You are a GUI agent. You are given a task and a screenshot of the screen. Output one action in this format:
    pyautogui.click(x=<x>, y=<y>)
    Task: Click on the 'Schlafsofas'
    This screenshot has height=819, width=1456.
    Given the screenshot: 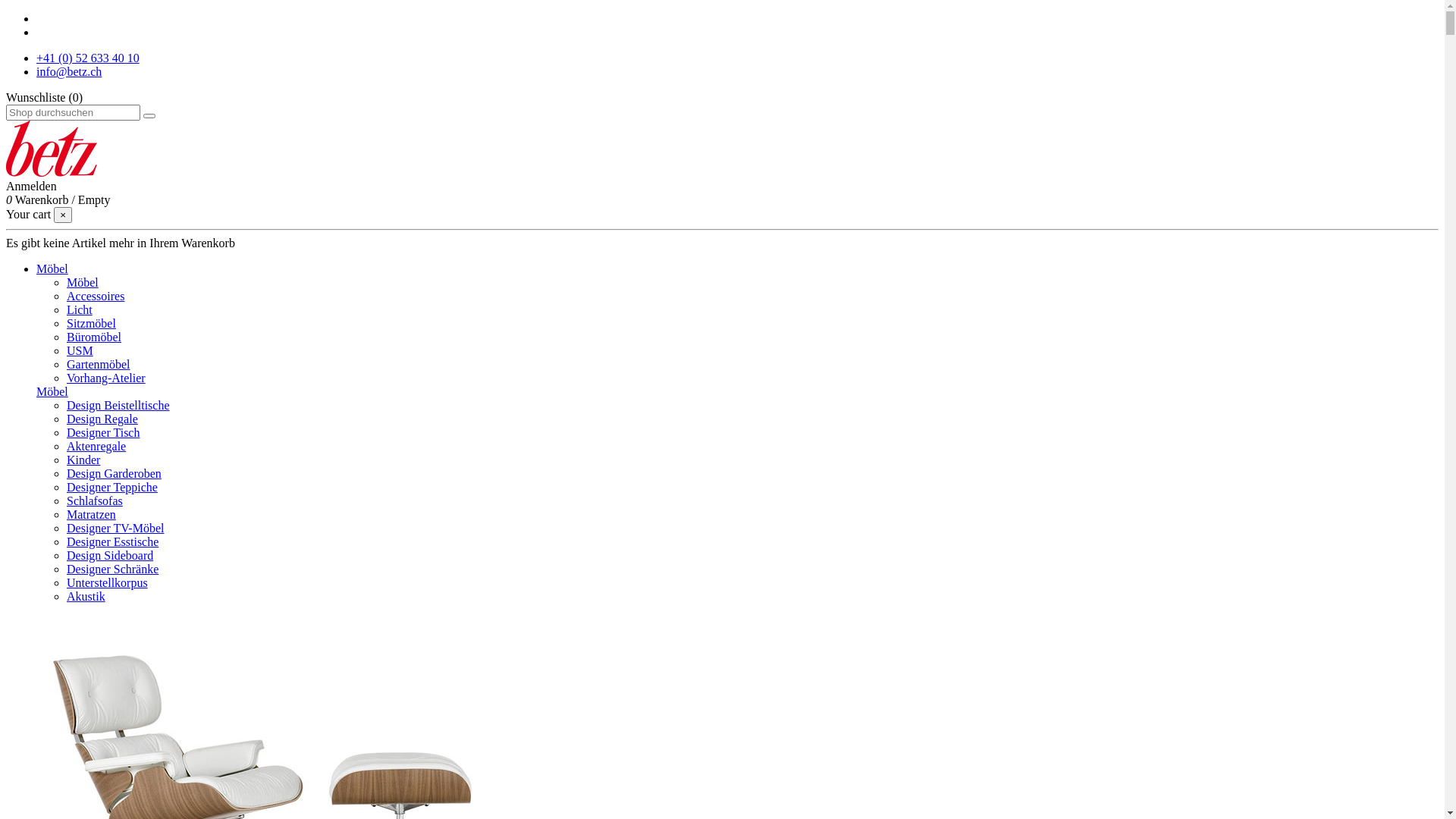 What is the action you would take?
    pyautogui.click(x=93, y=500)
    